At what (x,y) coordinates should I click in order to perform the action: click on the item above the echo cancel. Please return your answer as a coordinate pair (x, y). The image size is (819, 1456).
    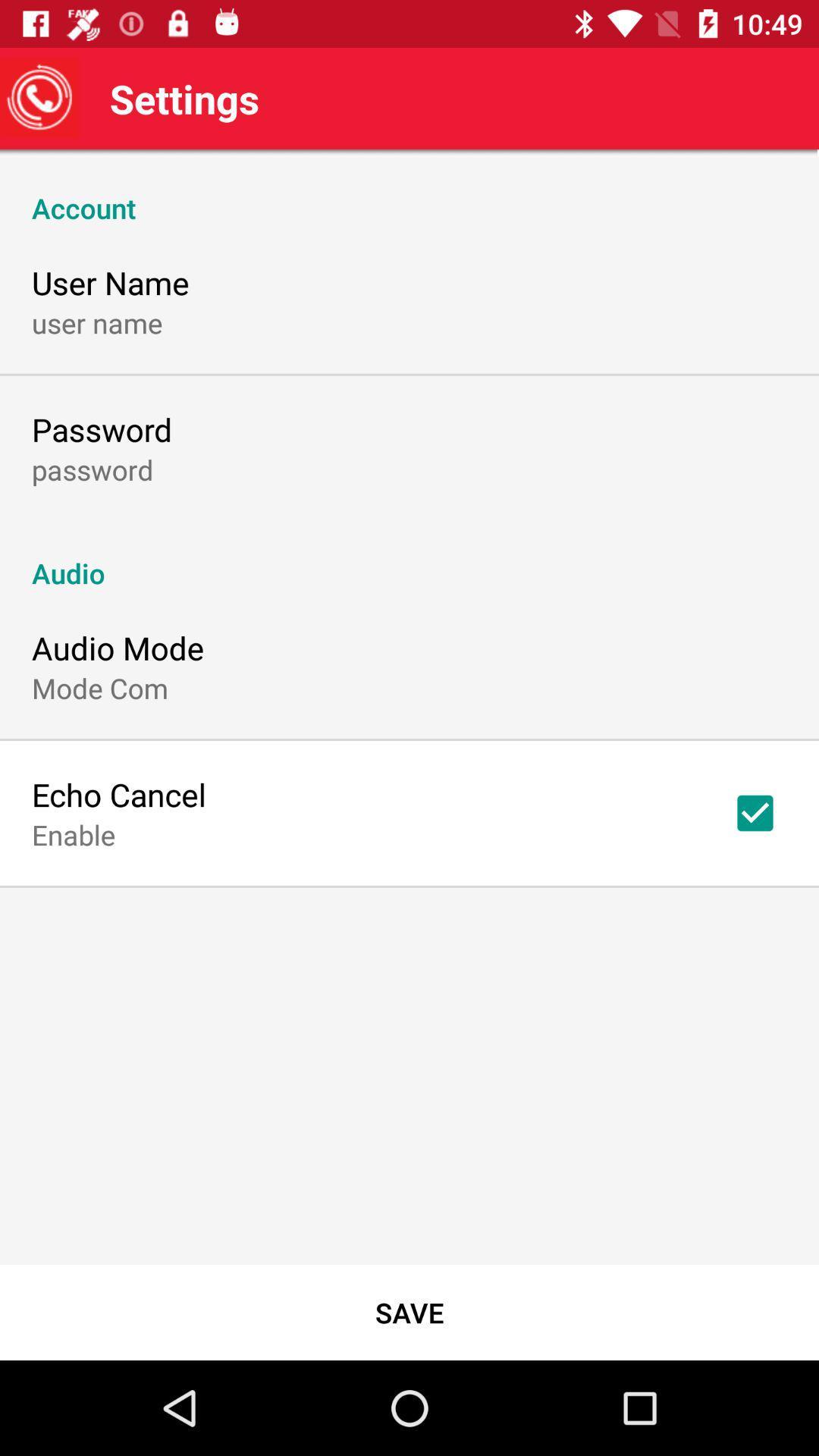
    Looking at the image, I should click on (99, 687).